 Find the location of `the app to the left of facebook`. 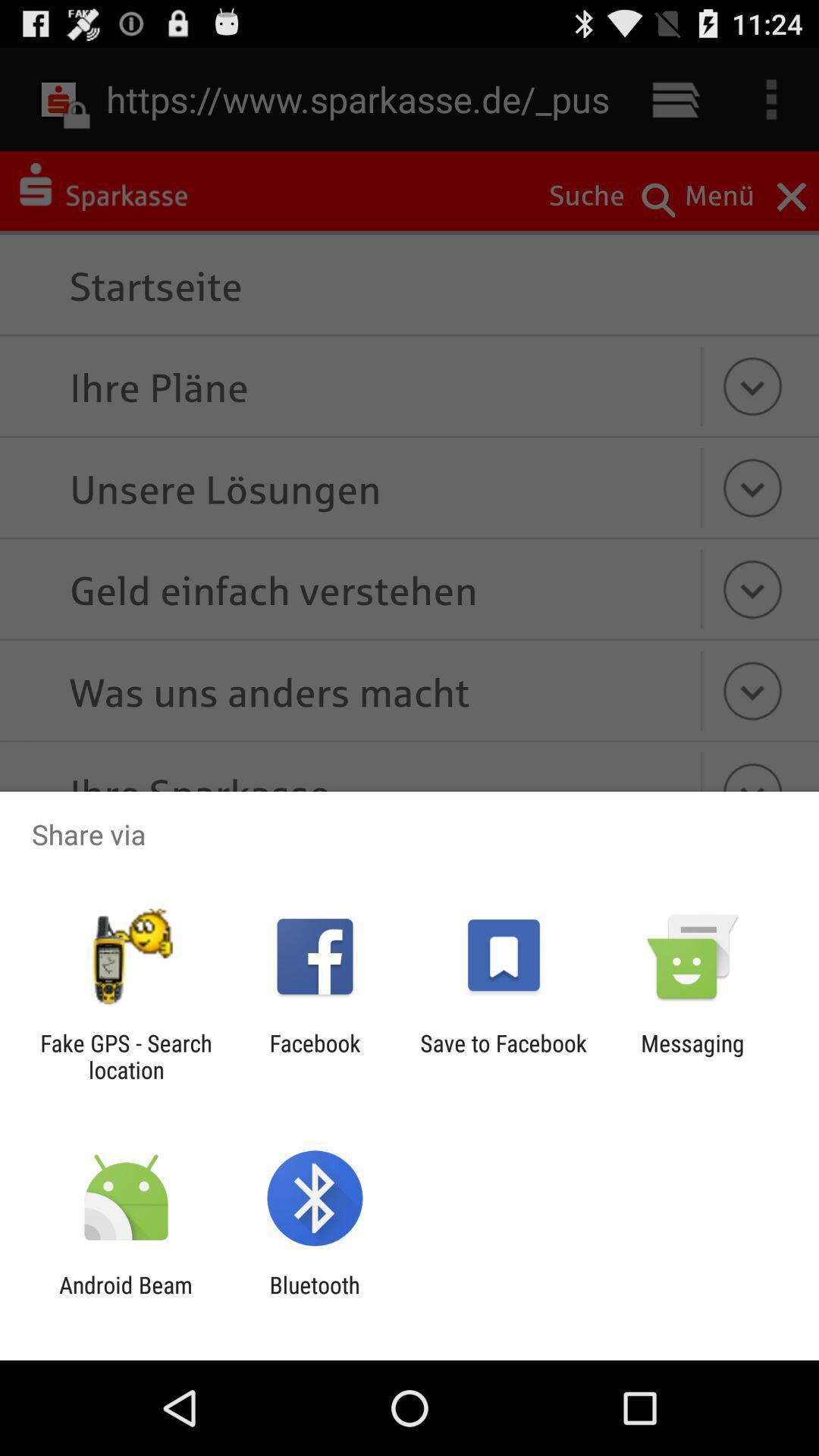

the app to the left of facebook is located at coordinates (125, 1056).